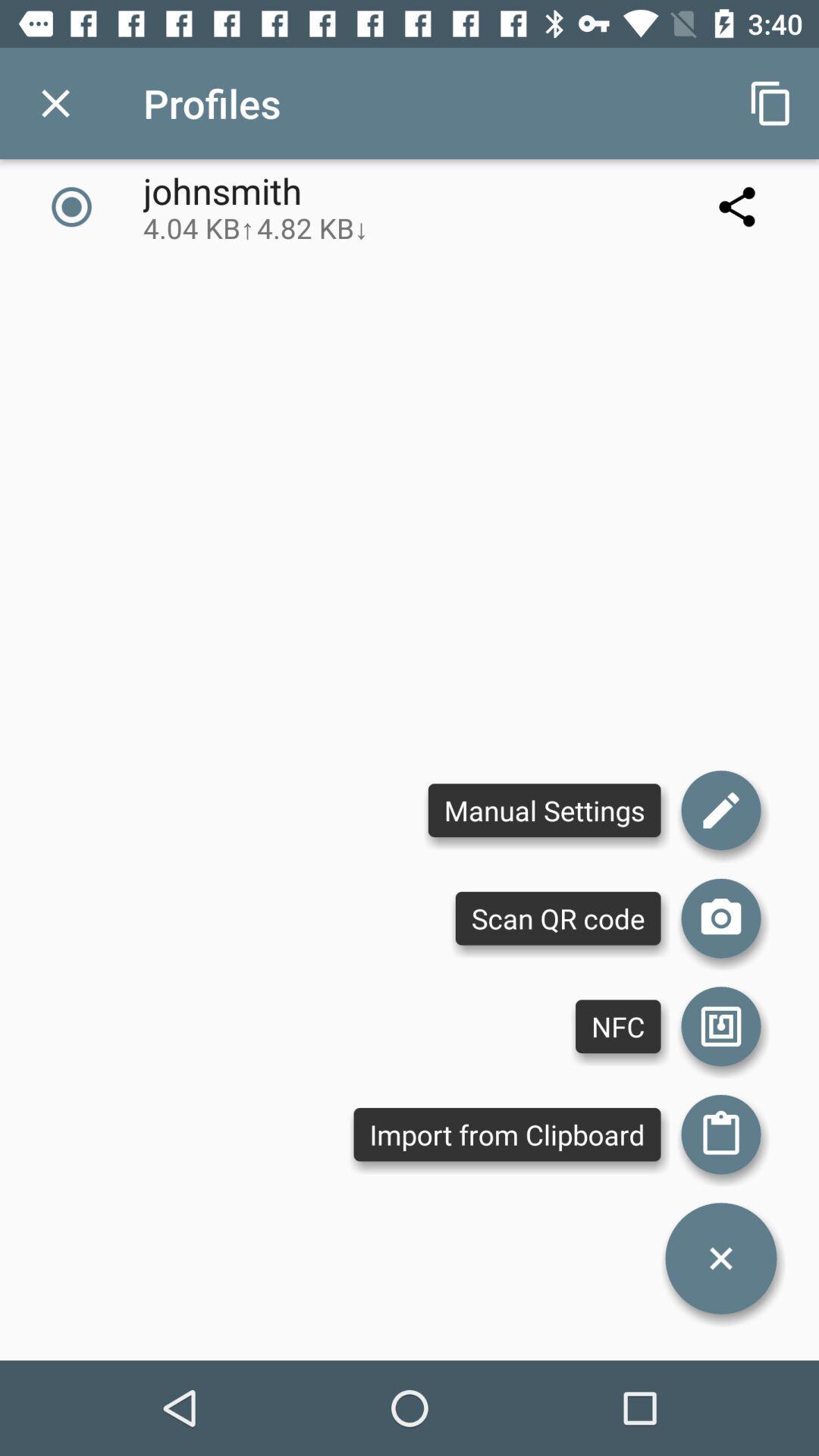 The width and height of the screenshot is (819, 1456). What do you see at coordinates (720, 1026) in the screenshot?
I see `nfc recognition` at bounding box center [720, 1026].